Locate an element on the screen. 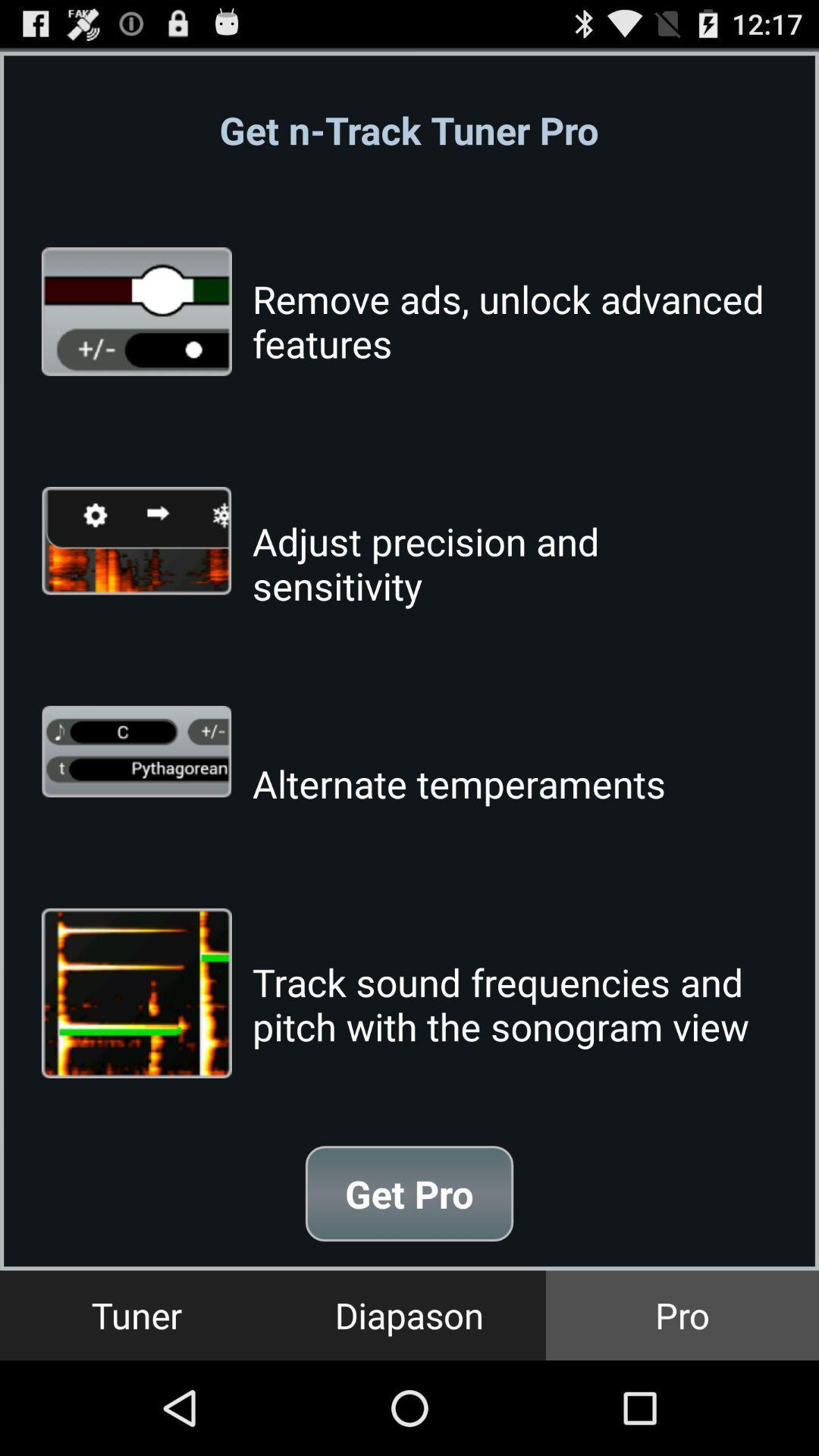 Image resolution: width=819 pixels, height=1456 pixels. get n track item is located at coordinates (408, 130).